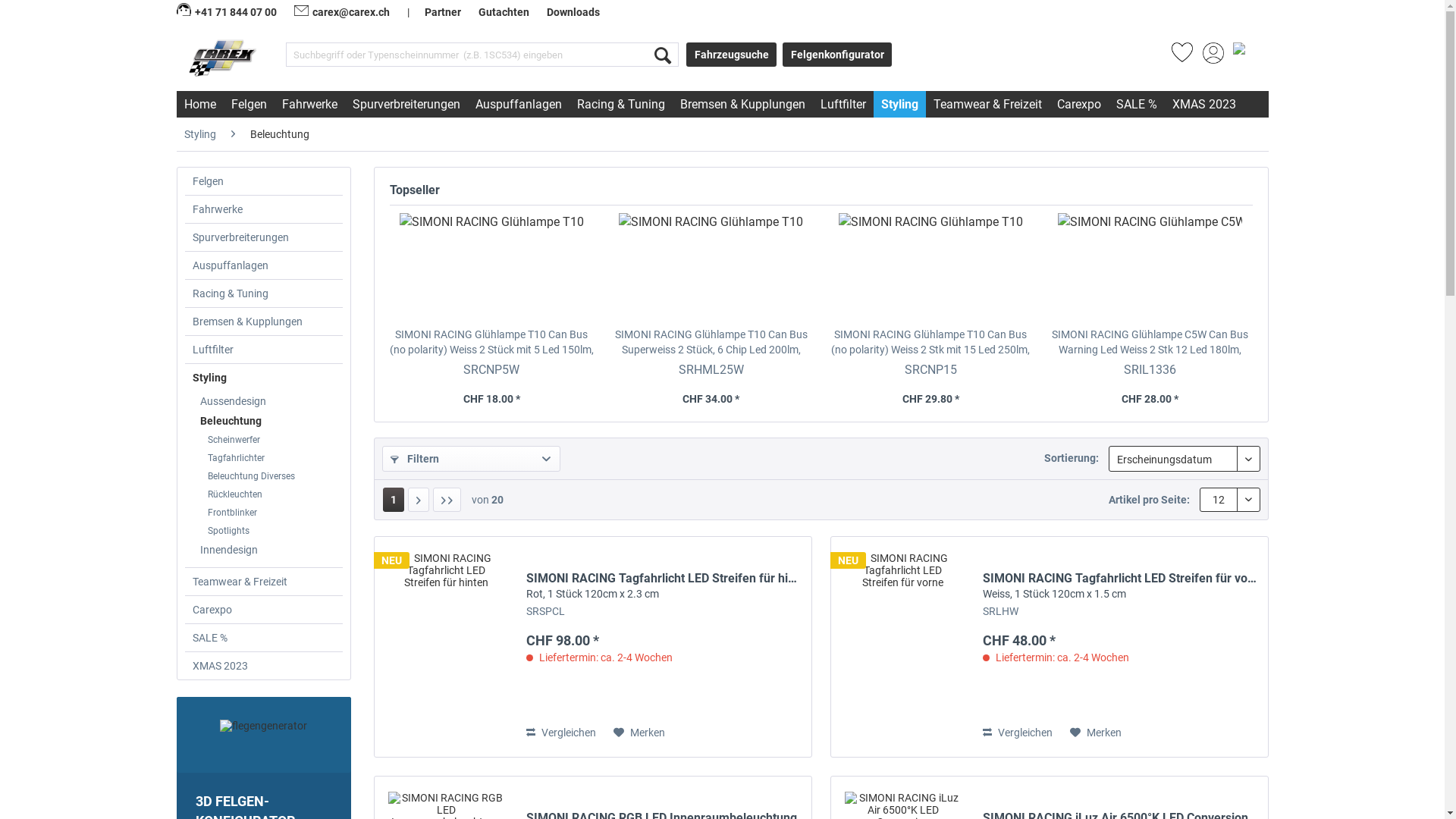  What do you see at coordinates (503, 11) in the screenshot?
I see `'Gutachten'` at bounding box center [503, 11].